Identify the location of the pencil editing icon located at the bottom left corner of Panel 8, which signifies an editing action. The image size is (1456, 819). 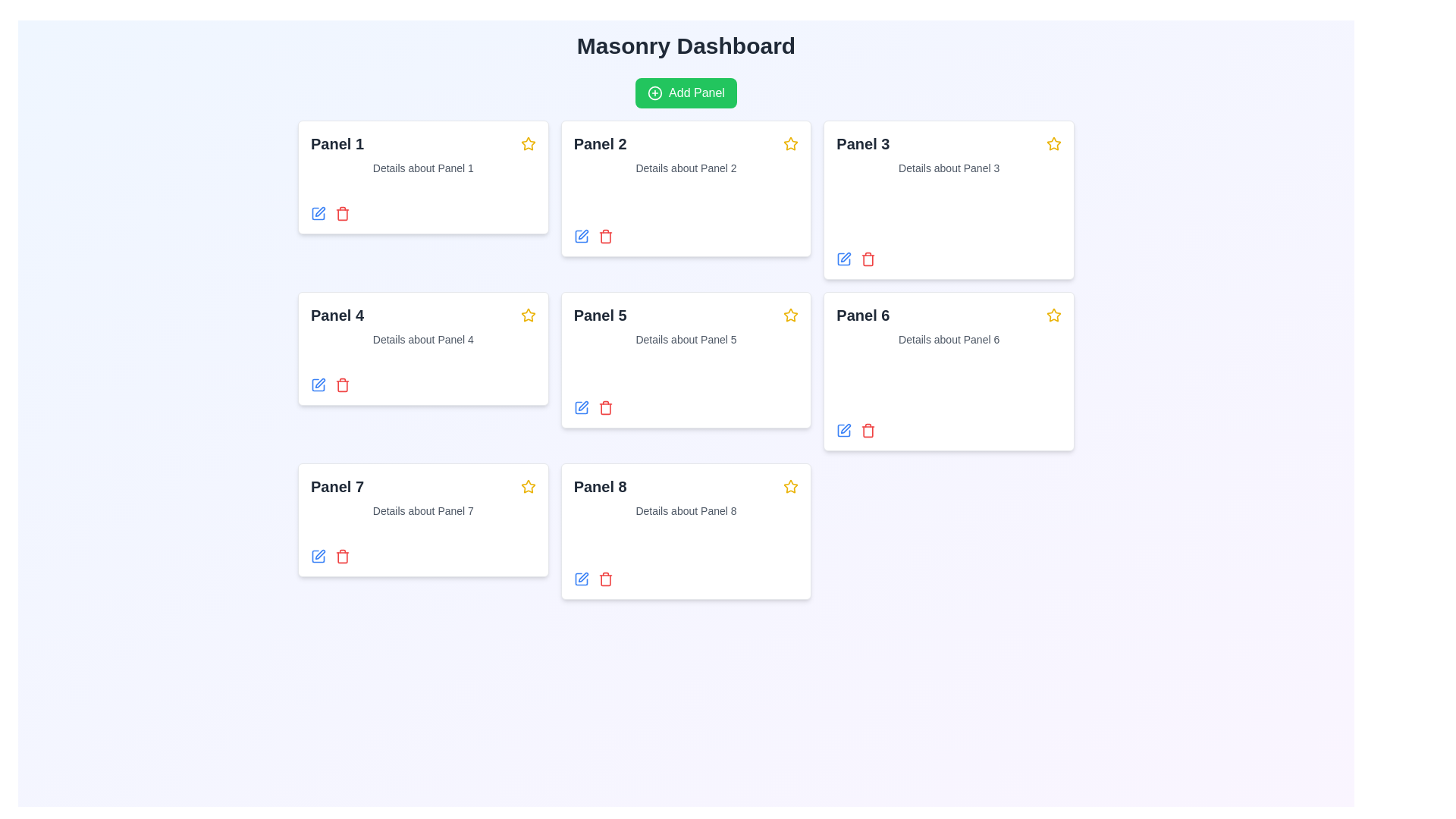
(582, 577).